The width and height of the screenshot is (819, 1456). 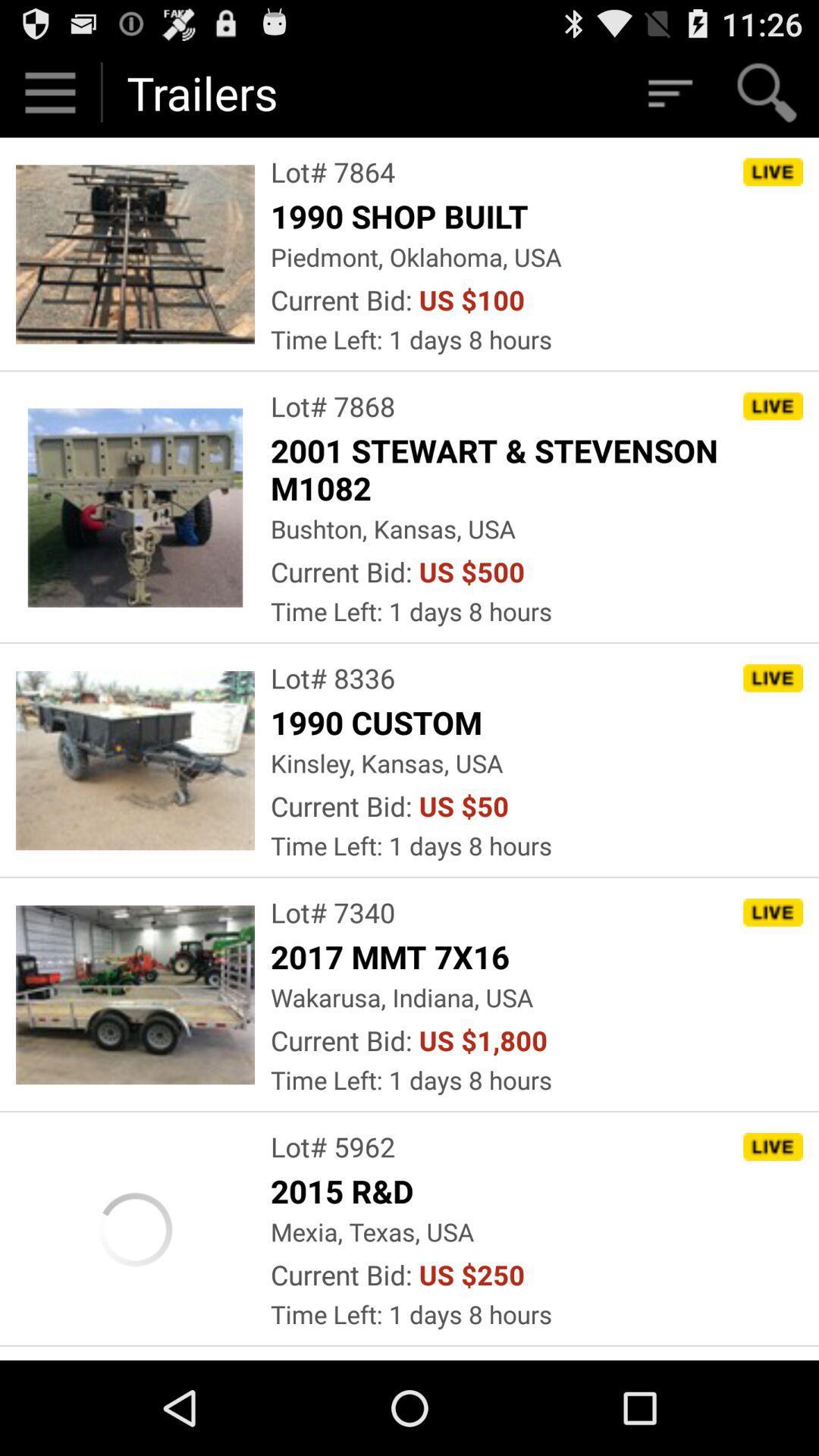 What do you see at coordinates (332, 677) in the screenshot?
I see `the lot# 8336 item` at bounding box center [332, 677].